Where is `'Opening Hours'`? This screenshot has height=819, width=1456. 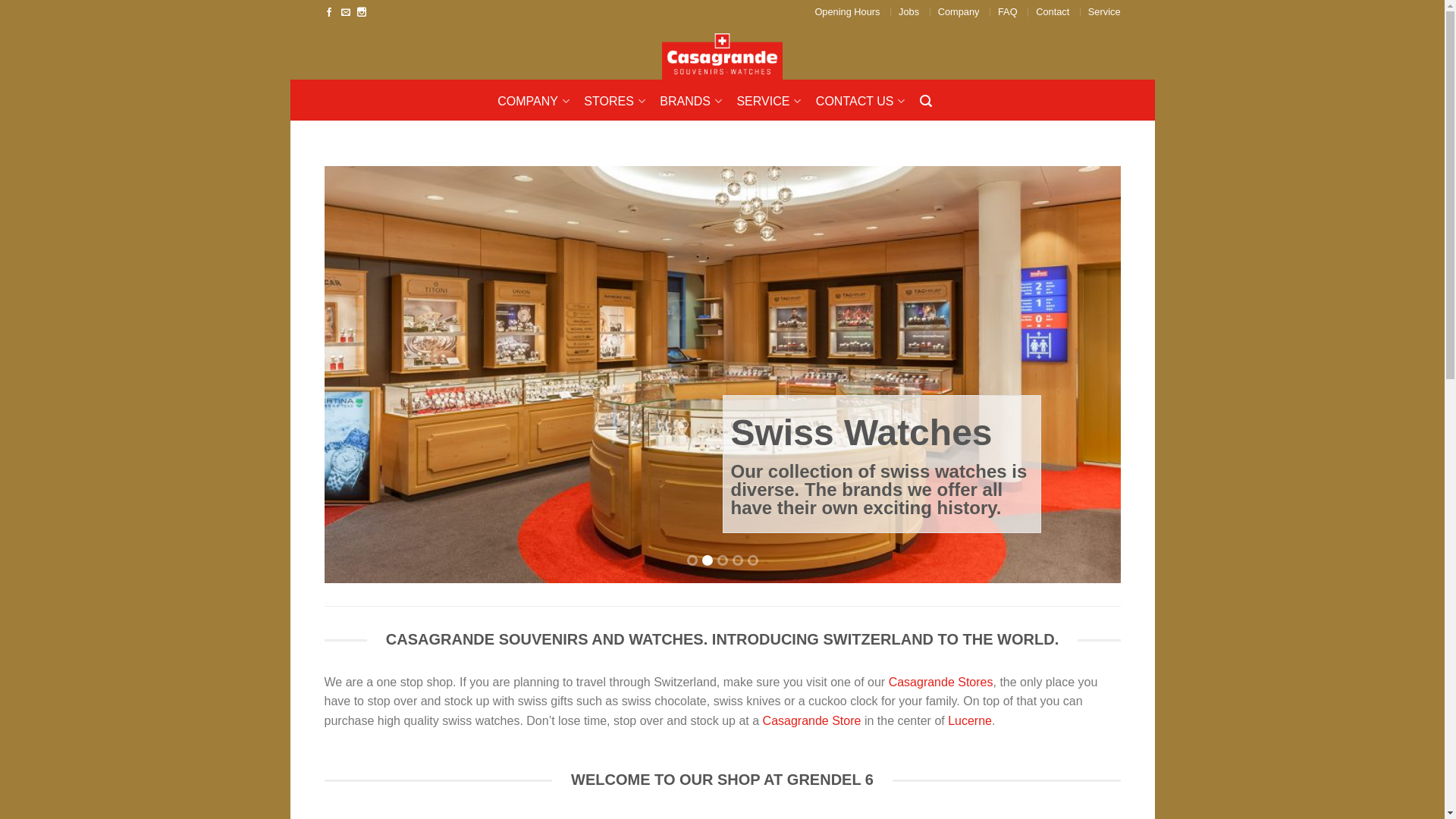
'Opening Hours' is located at coordinates (846, 11).